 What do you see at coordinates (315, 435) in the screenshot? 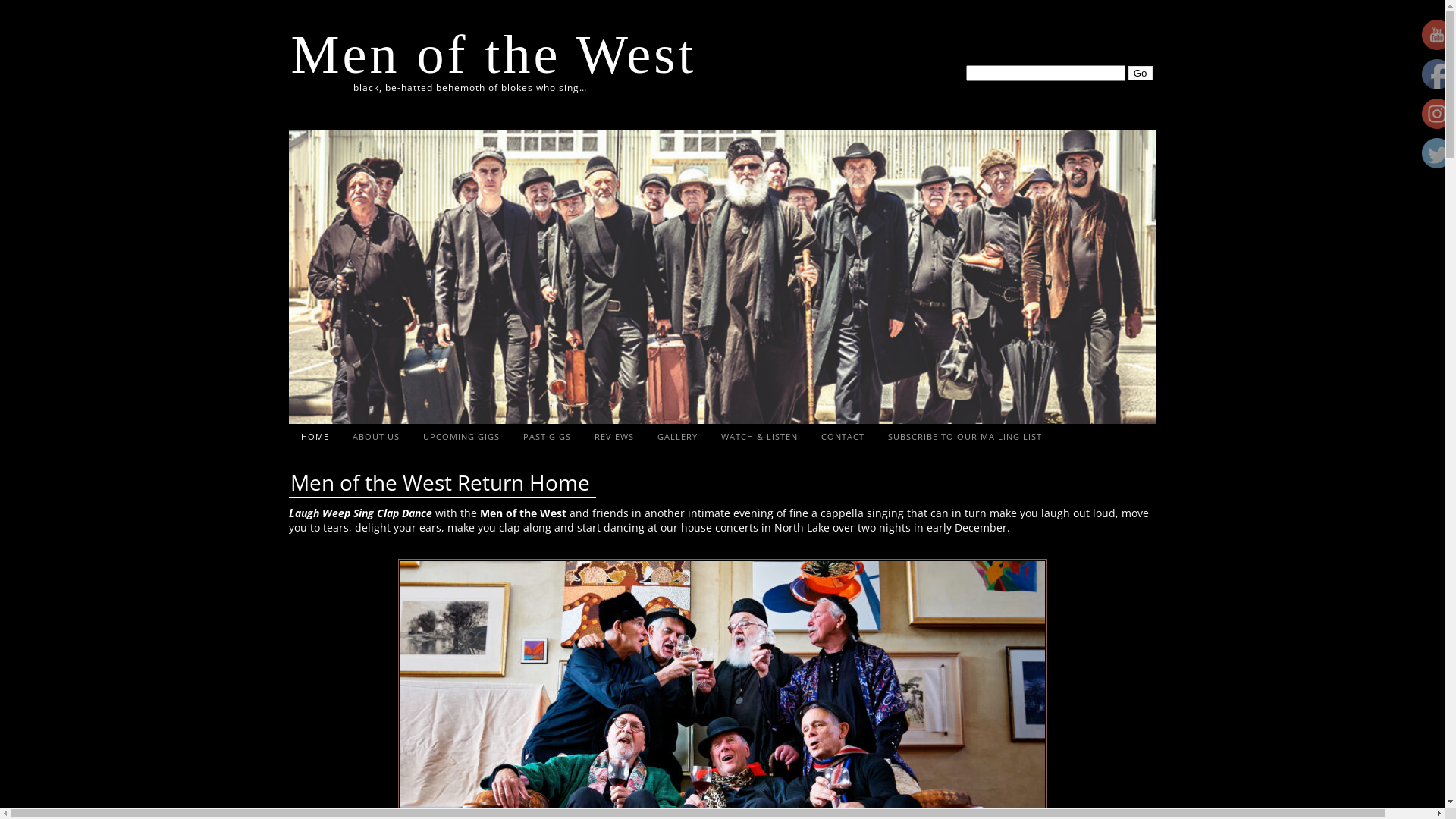
I see `'HOME'` at bounding box center [315, 435].